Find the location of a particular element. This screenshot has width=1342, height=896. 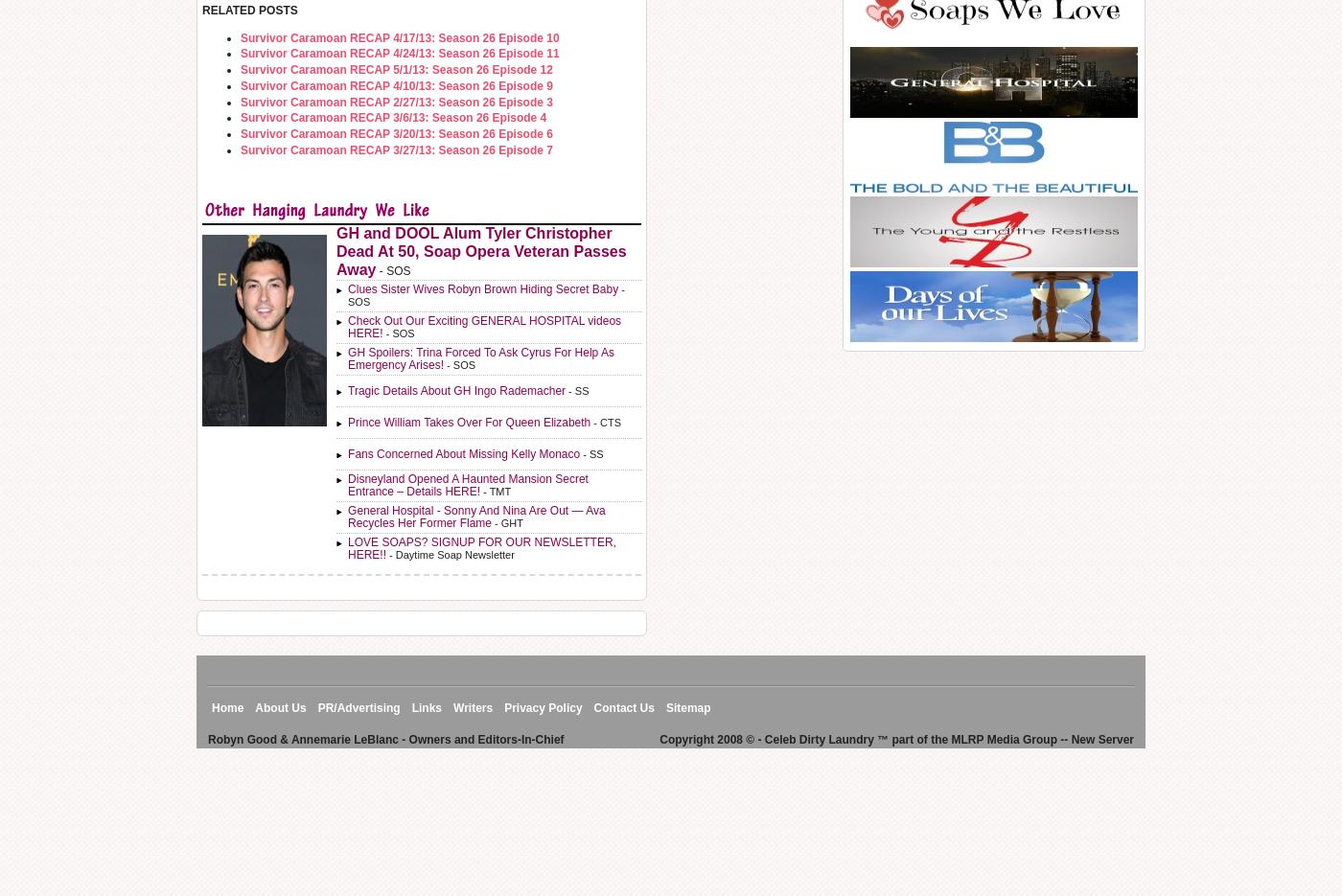

'Copyright 2008 © - Celeb Dirty Laundry ™ part of the MLRP Media Group -- New Server' is located at coordinates (659, 739).